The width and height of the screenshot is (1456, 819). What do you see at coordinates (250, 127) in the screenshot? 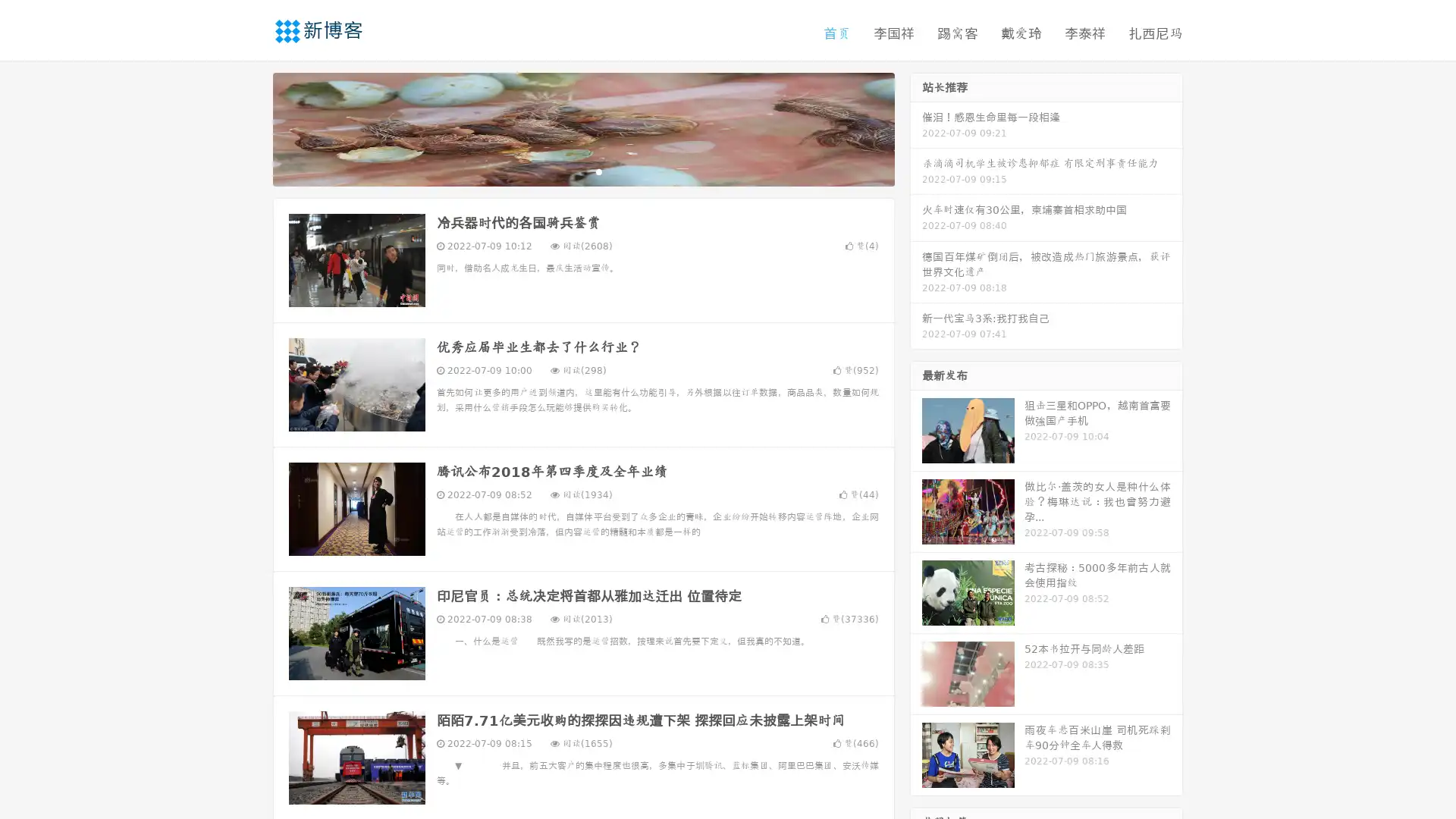
I see `Previous slide` at bounding box center [250, 127].